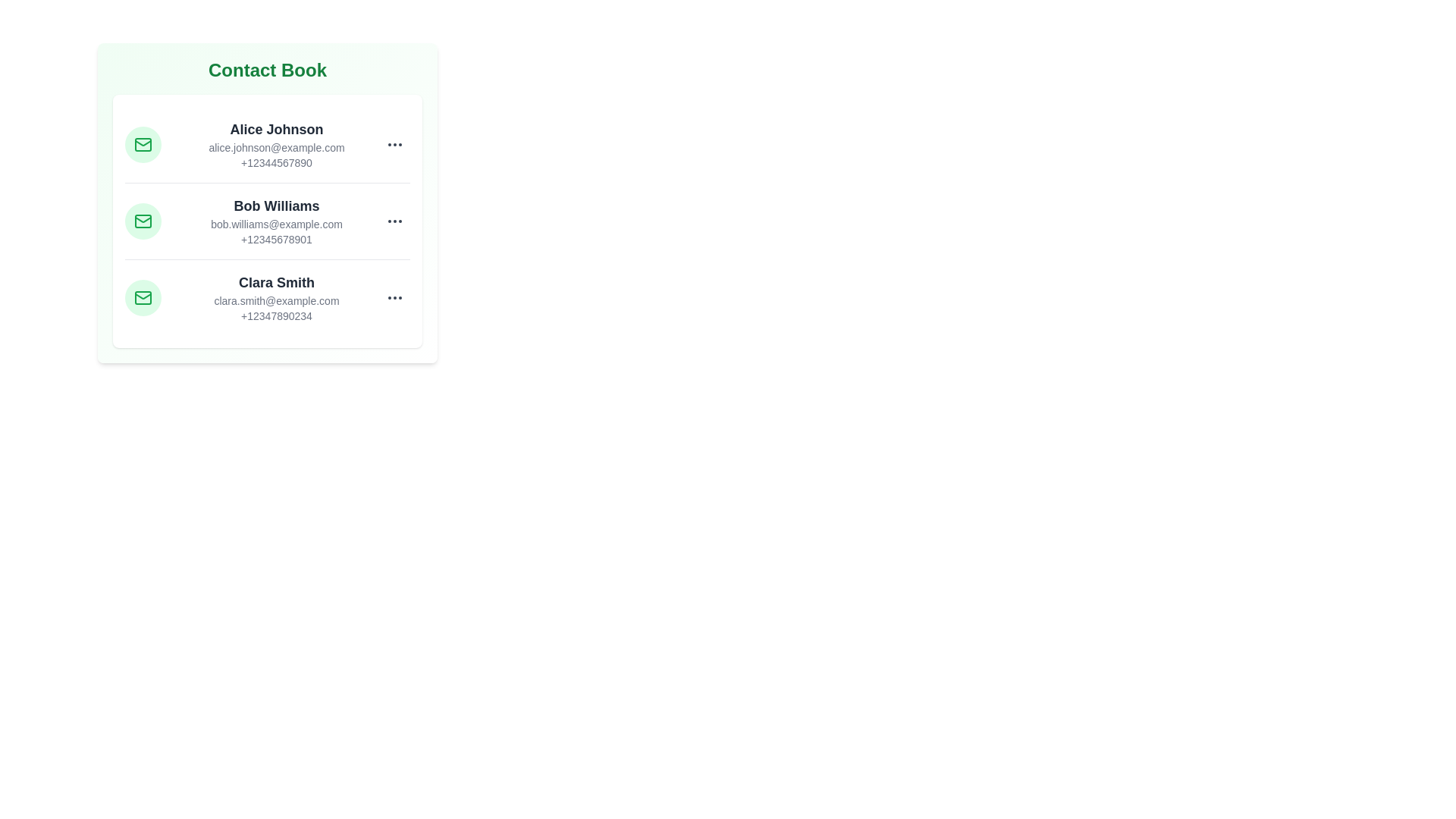 The height and width of the screenshot is (819, 1456). Describe the element at coordinates (143, 145) in the screenshot. I see `mail icon for the contact Alice Johnson to highlight it` at that location.